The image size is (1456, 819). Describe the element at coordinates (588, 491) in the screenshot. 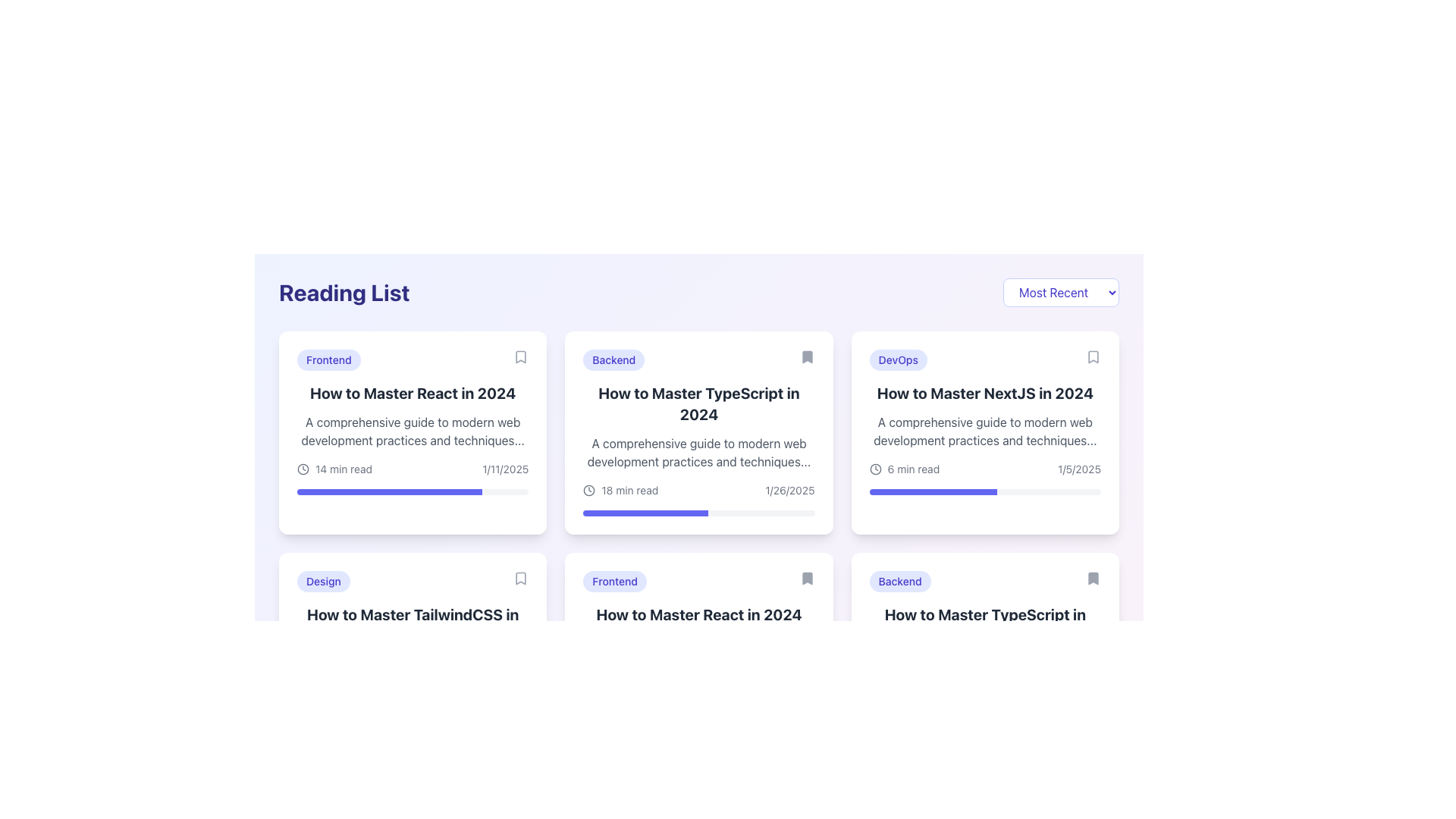

I see `the clock icon that indicates the reading time of the article 'How to Master TypeScript in 2024', located to the left of the text '18 min read' in the metadata section of the card component` at that location.